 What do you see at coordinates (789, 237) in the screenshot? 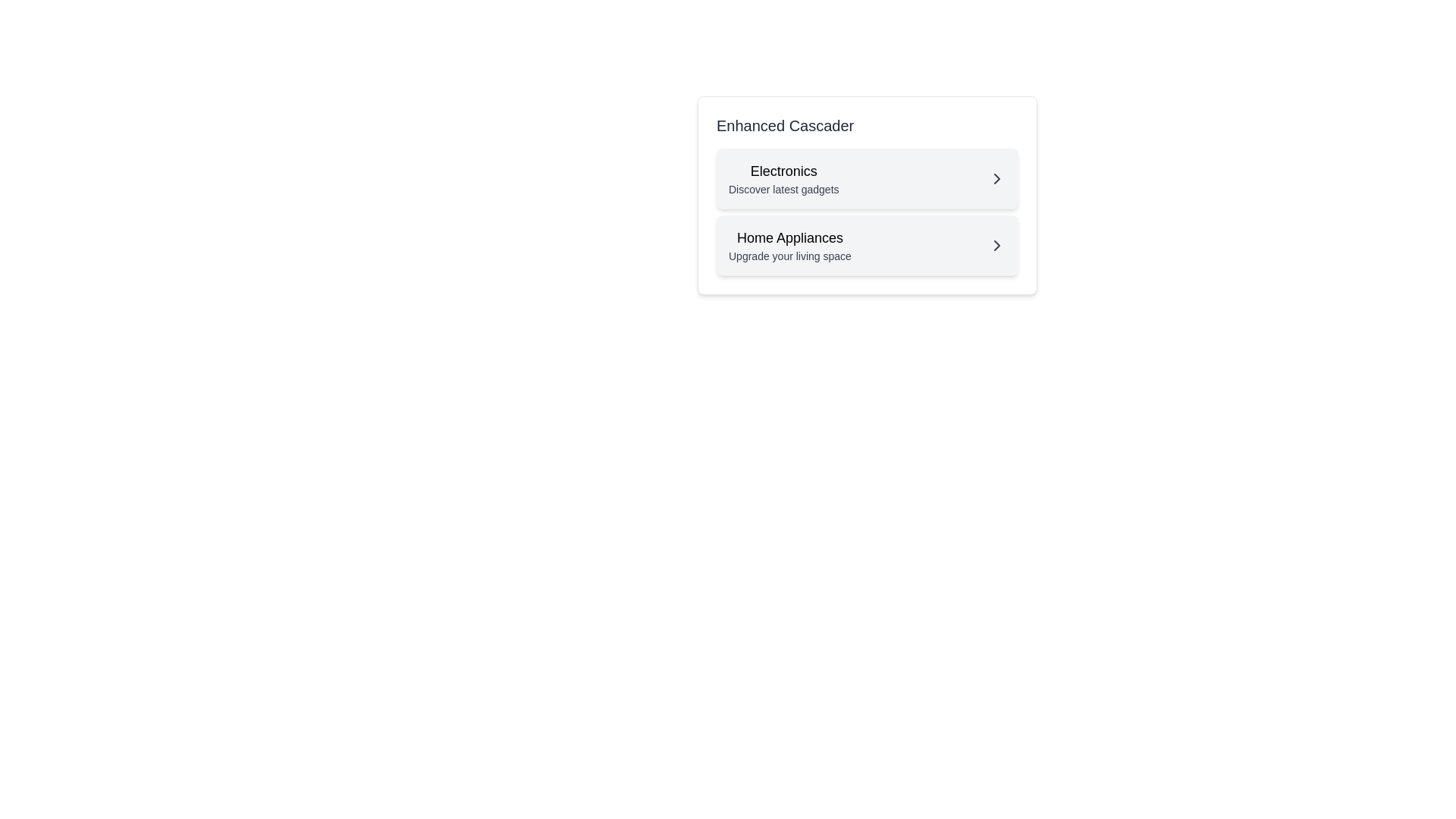
I see `the category label for home appliances located in the second row of the 'Enhanced Cascader' section, positioned below 'Electronics' and above the descriptive text 'Upgrade your living space'` at bounding box center [789, 237].